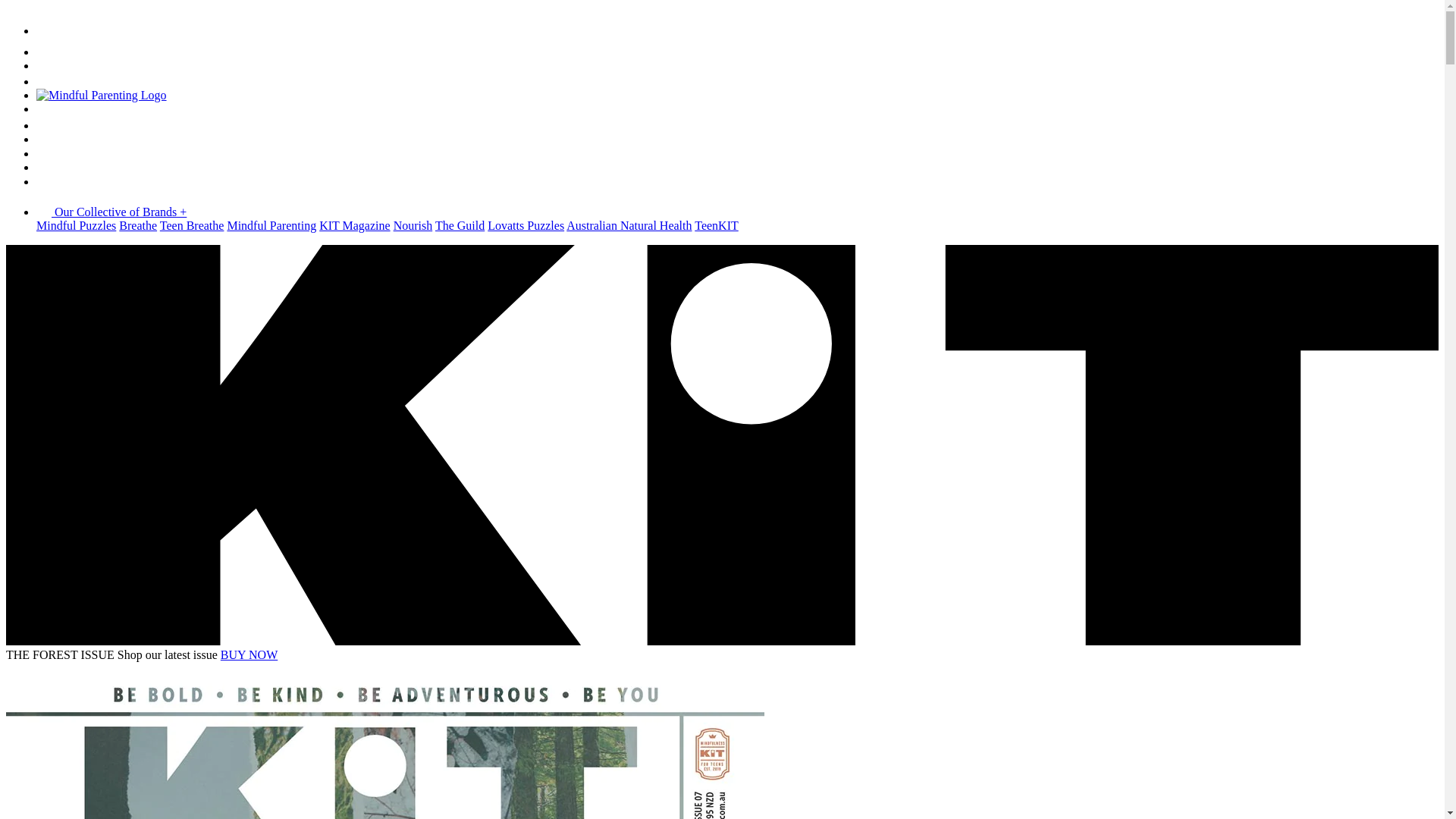 Image resolution: width=1456 pixels, height=819 pixels. I want to click on 'BUY NOW', so click(249, 654).